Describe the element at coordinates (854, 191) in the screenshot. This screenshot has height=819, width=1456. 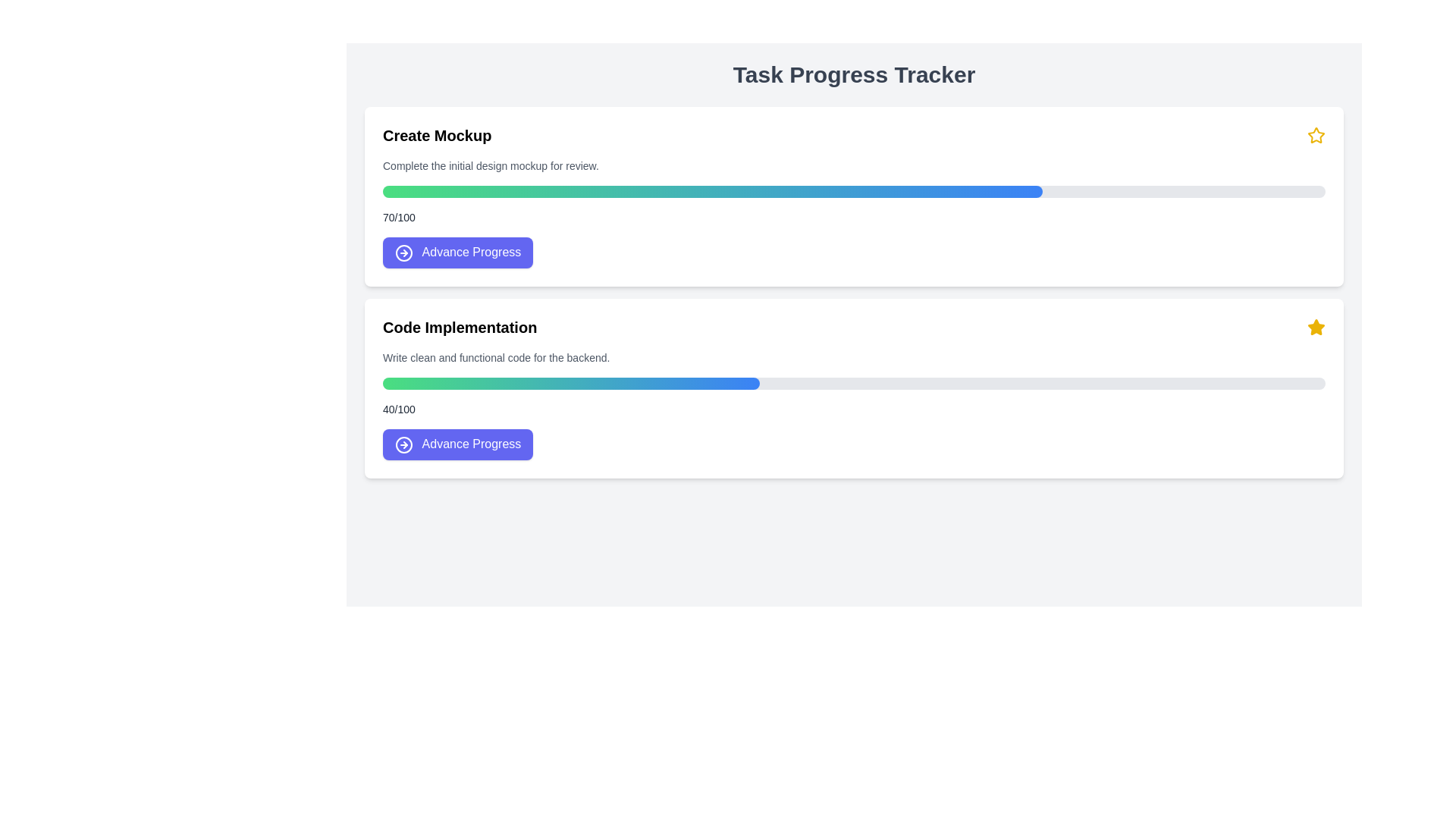
I see `the progress bar located in the upper section of the 'Create Mockup' card, which visually represents the task completion with a numeric value shown below it` at that location.